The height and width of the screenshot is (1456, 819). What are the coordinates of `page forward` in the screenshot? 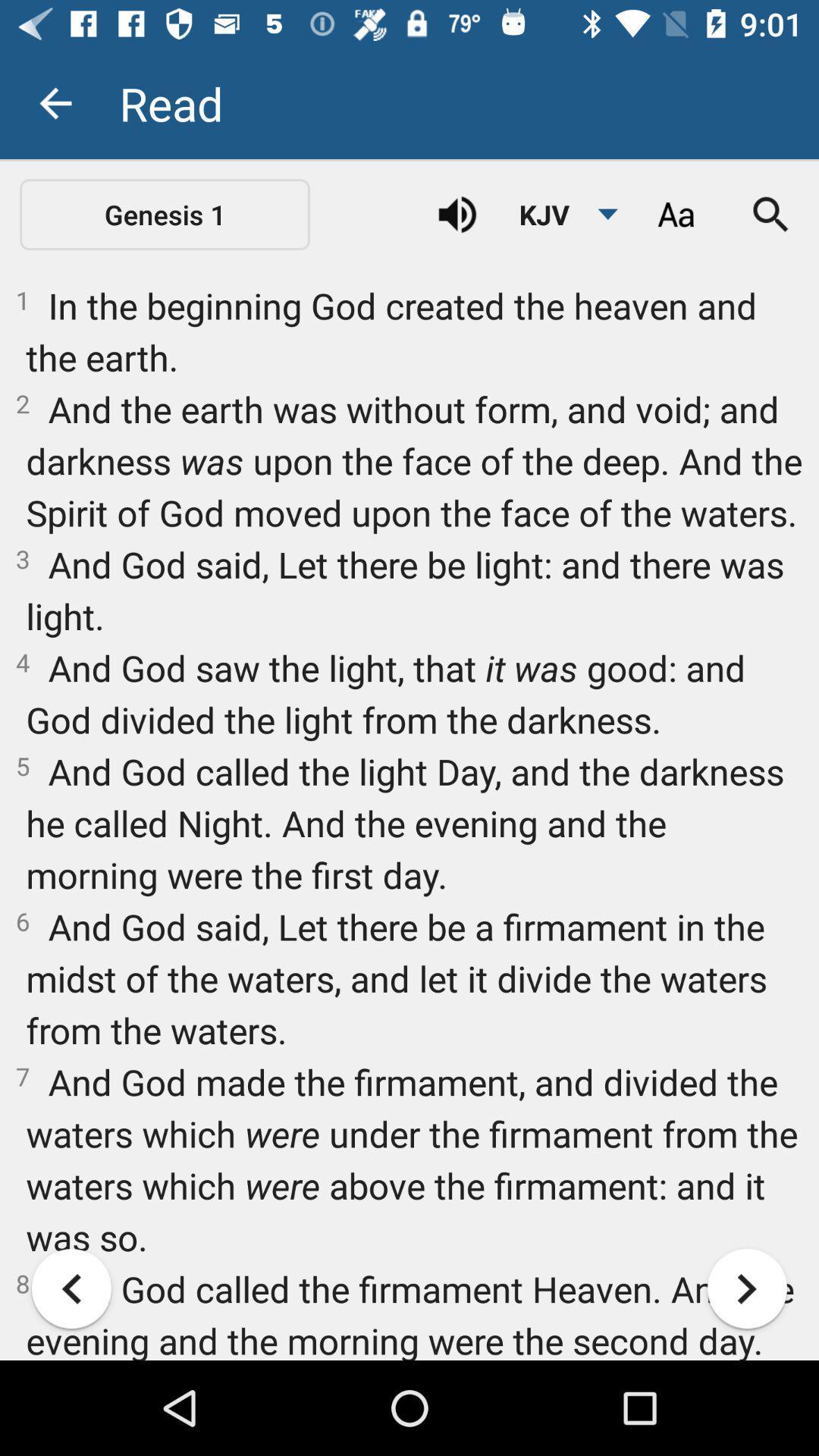 It's located at (746, 1288).